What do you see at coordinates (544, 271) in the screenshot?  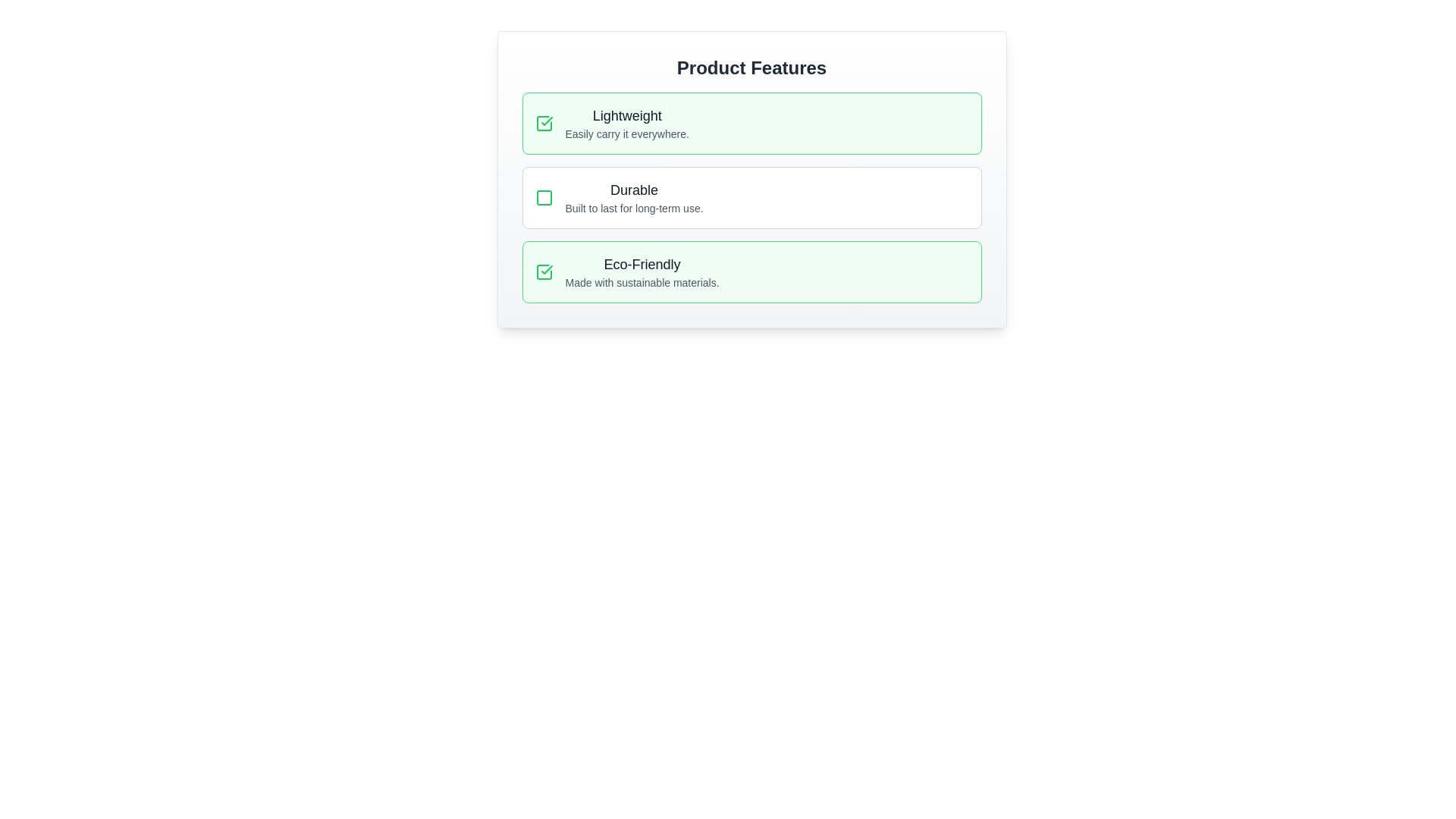 I see `the green-bordered checkbox icon with a checkmark, indicating a completed task, located at the start of the 'Eco-Friendly' feature section in the third feature card under 'Product Features'` at bounding box center [544, 271].